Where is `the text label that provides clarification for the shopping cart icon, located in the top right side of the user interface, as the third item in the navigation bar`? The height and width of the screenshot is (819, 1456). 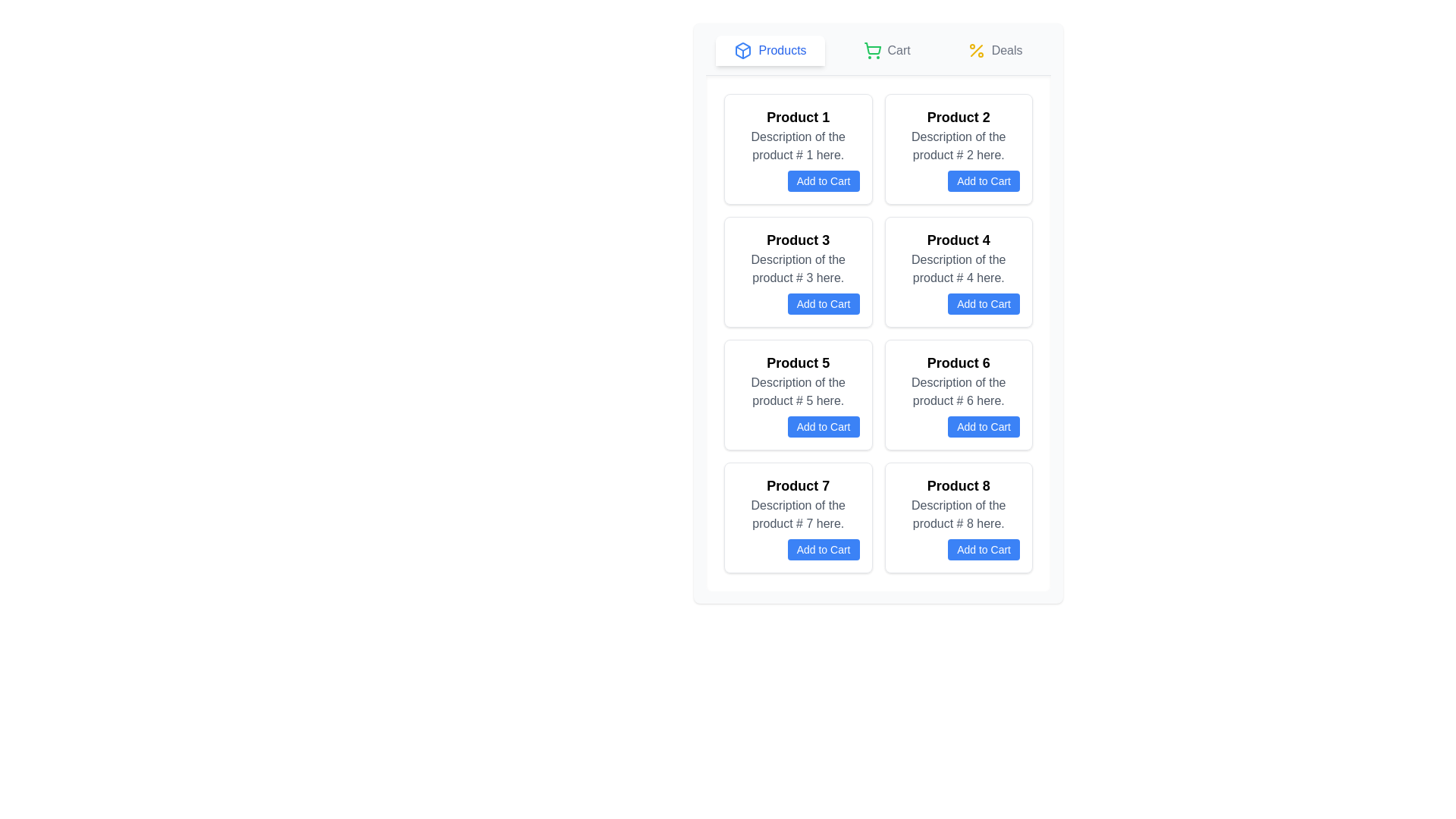
the text label that provides clarification for the shopping cart icon, located in the top right side of the user interface, as the third item in the navigation bar is located at coordinates (899, 49).